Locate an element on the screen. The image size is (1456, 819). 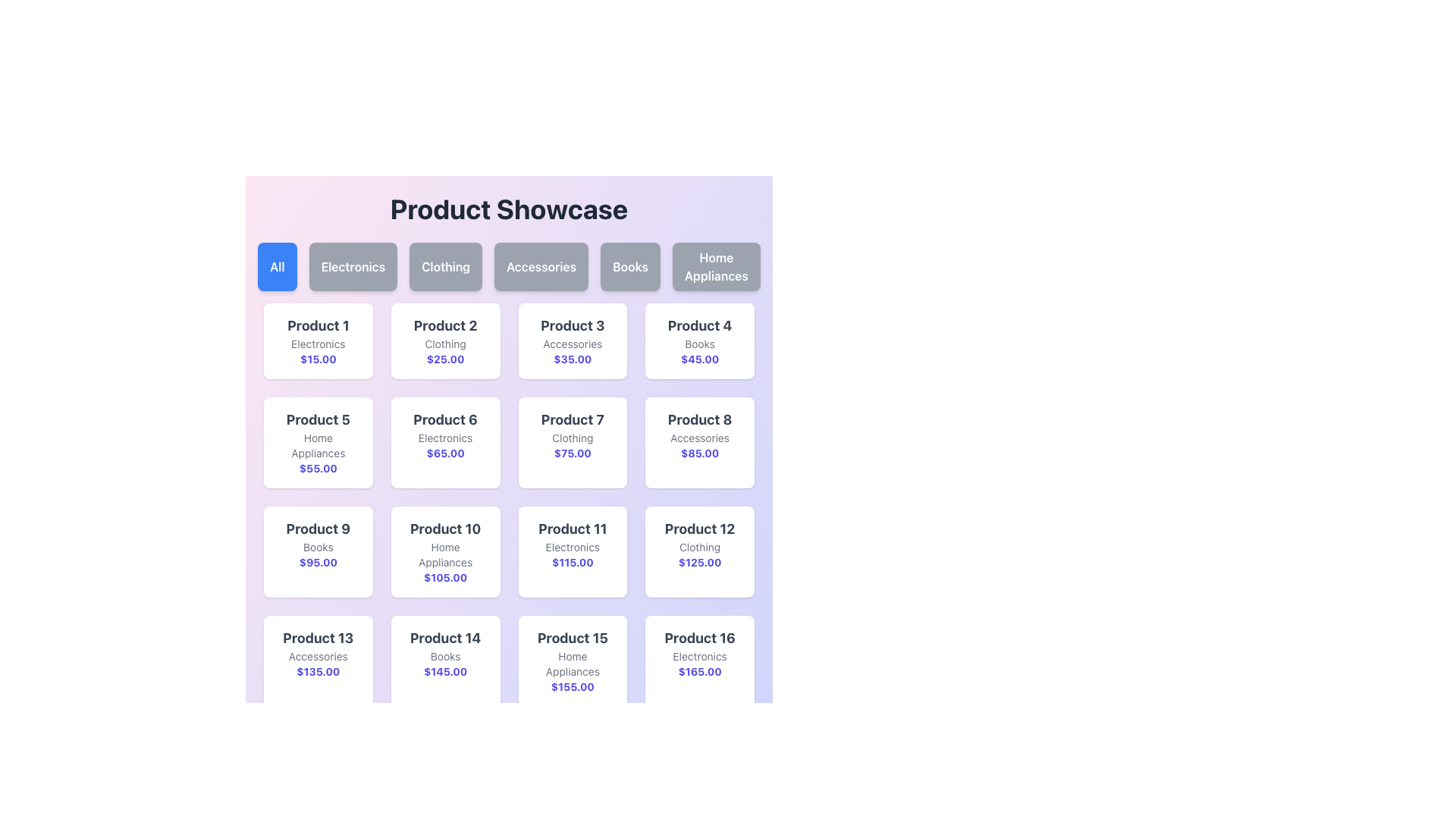
the first button in the horizontally aligned set beneath the 'Product Showcase' banner is located at coordinates (277, 265).